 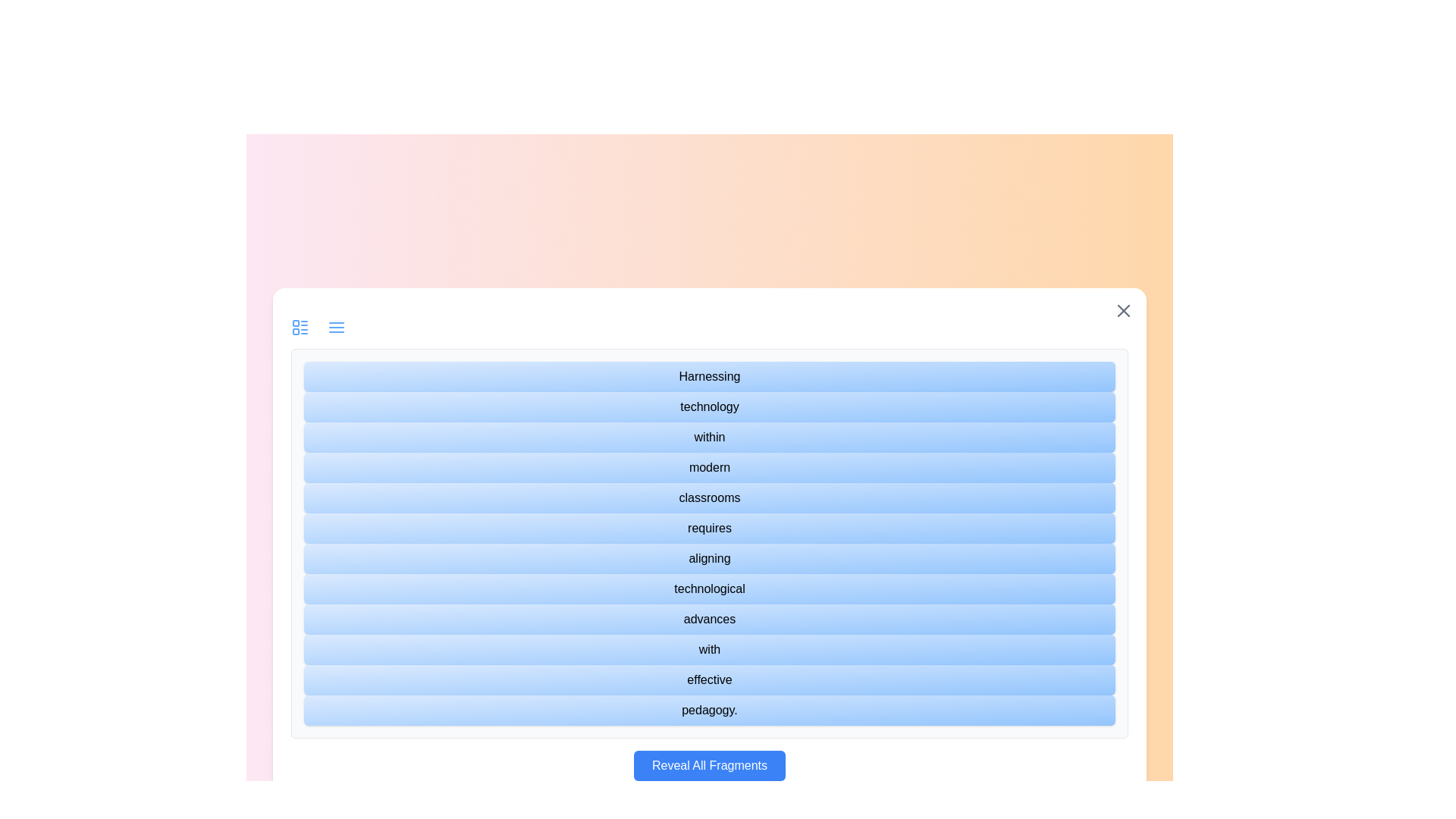 I want to click on the text fragment labeled 'with', so click(x=709, y=648).